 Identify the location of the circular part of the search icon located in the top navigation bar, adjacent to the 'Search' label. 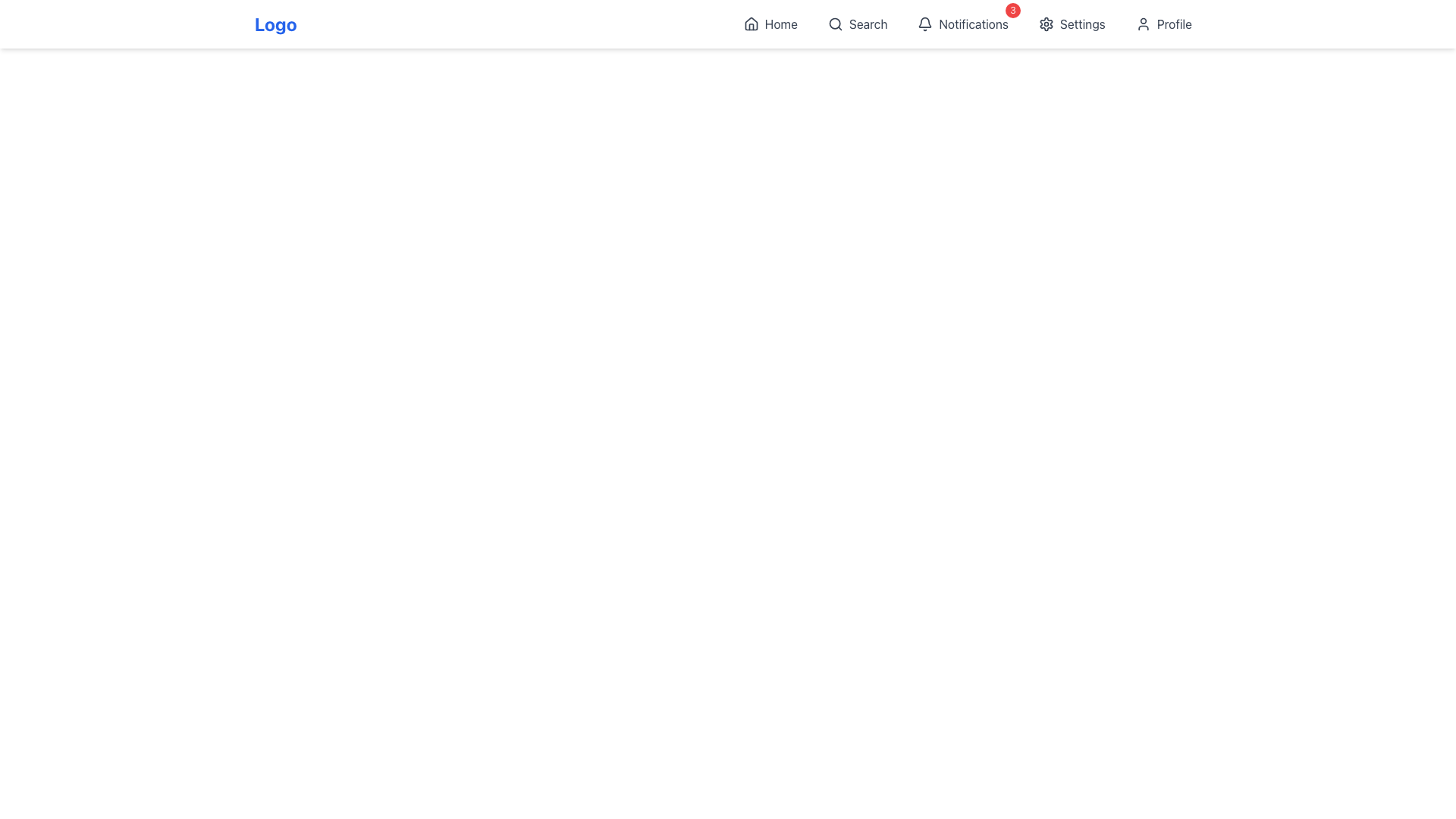
(834, 24).